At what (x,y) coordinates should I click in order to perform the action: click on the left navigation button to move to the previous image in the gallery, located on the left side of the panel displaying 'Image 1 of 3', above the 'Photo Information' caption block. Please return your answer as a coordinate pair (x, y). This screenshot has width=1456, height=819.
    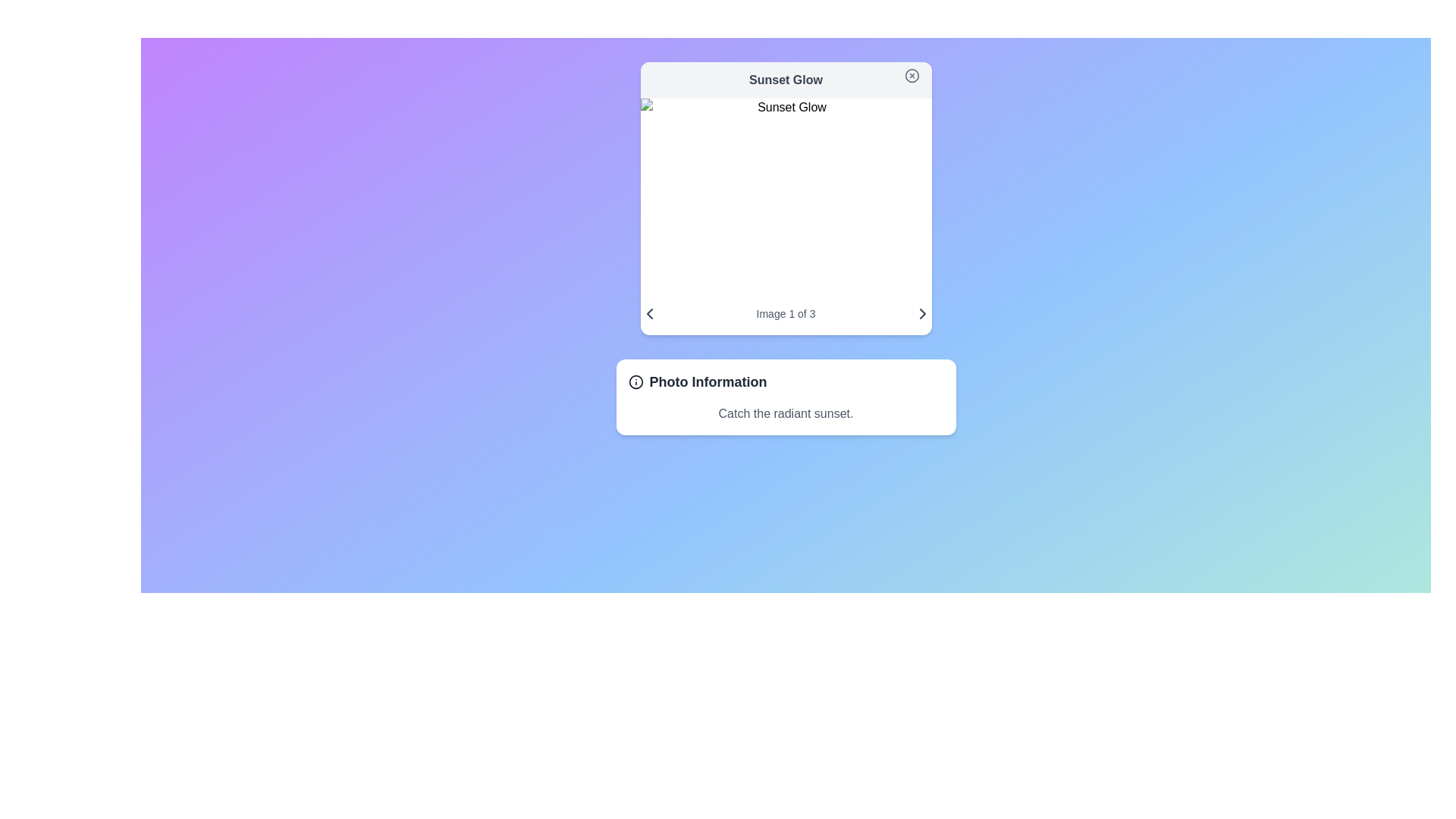
    Looking at the image, I should click on (649, 312).